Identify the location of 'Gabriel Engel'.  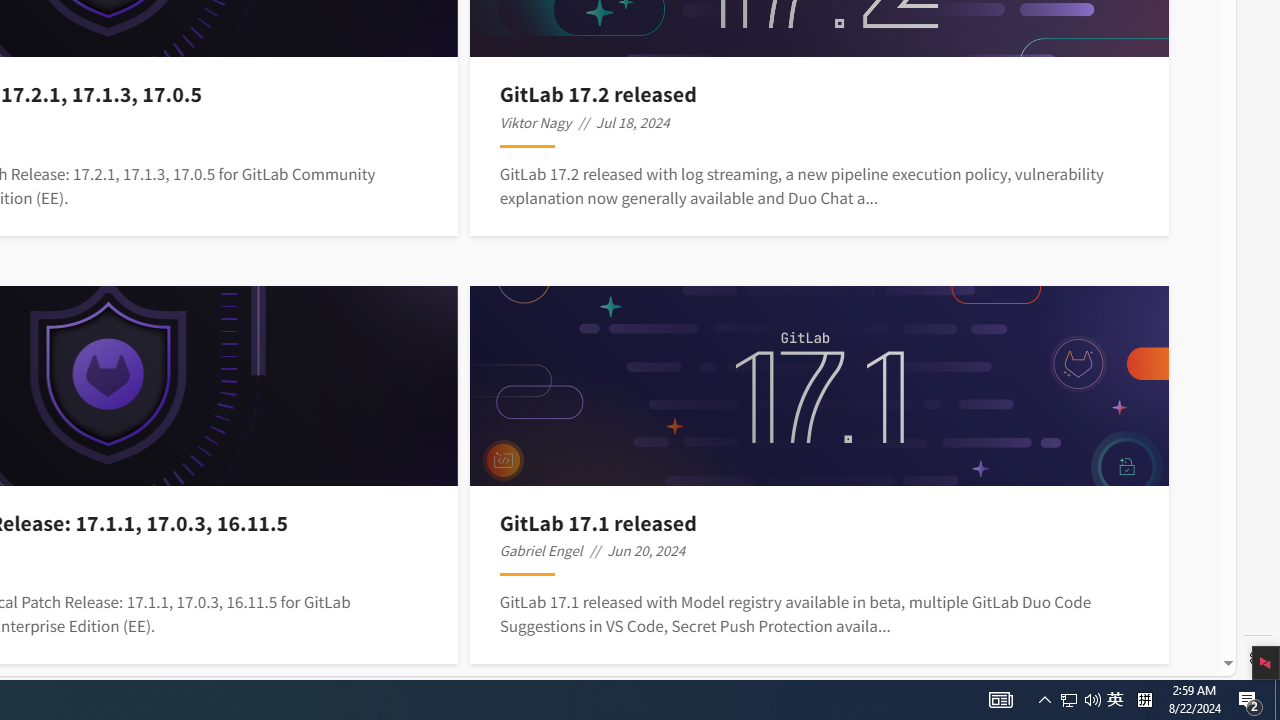
(540, 550).